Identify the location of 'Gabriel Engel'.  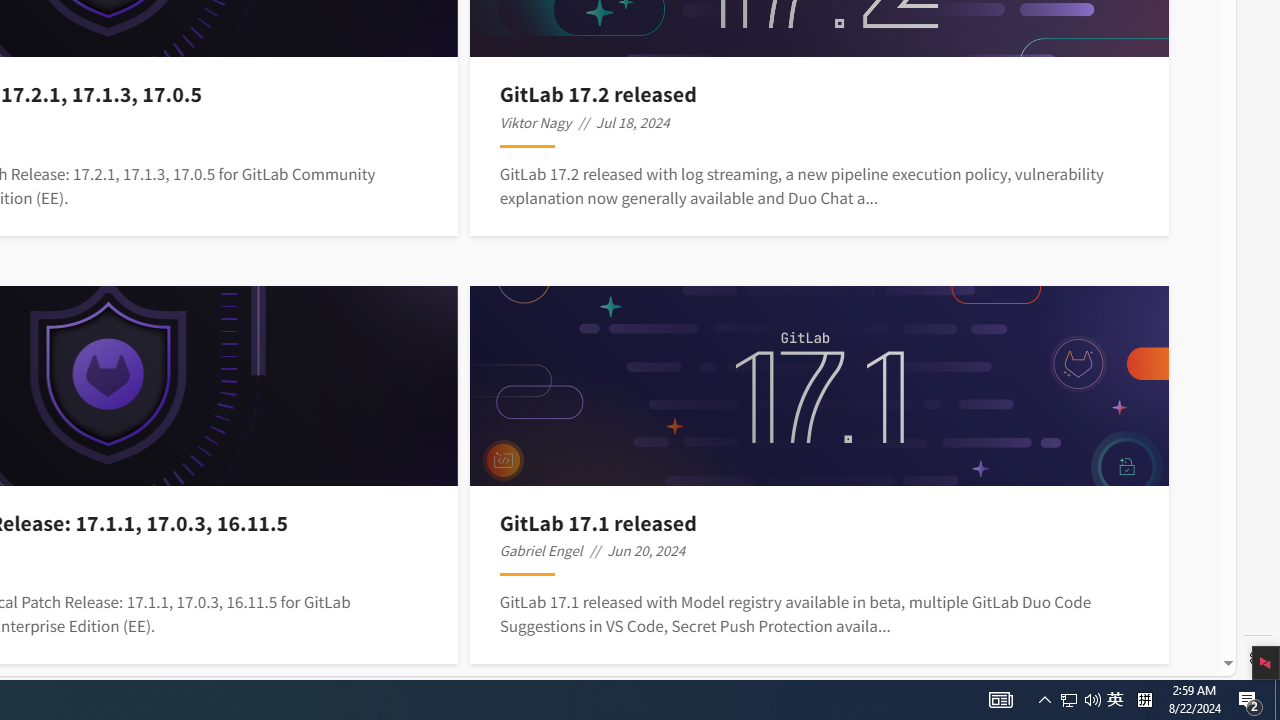
(540, 550).